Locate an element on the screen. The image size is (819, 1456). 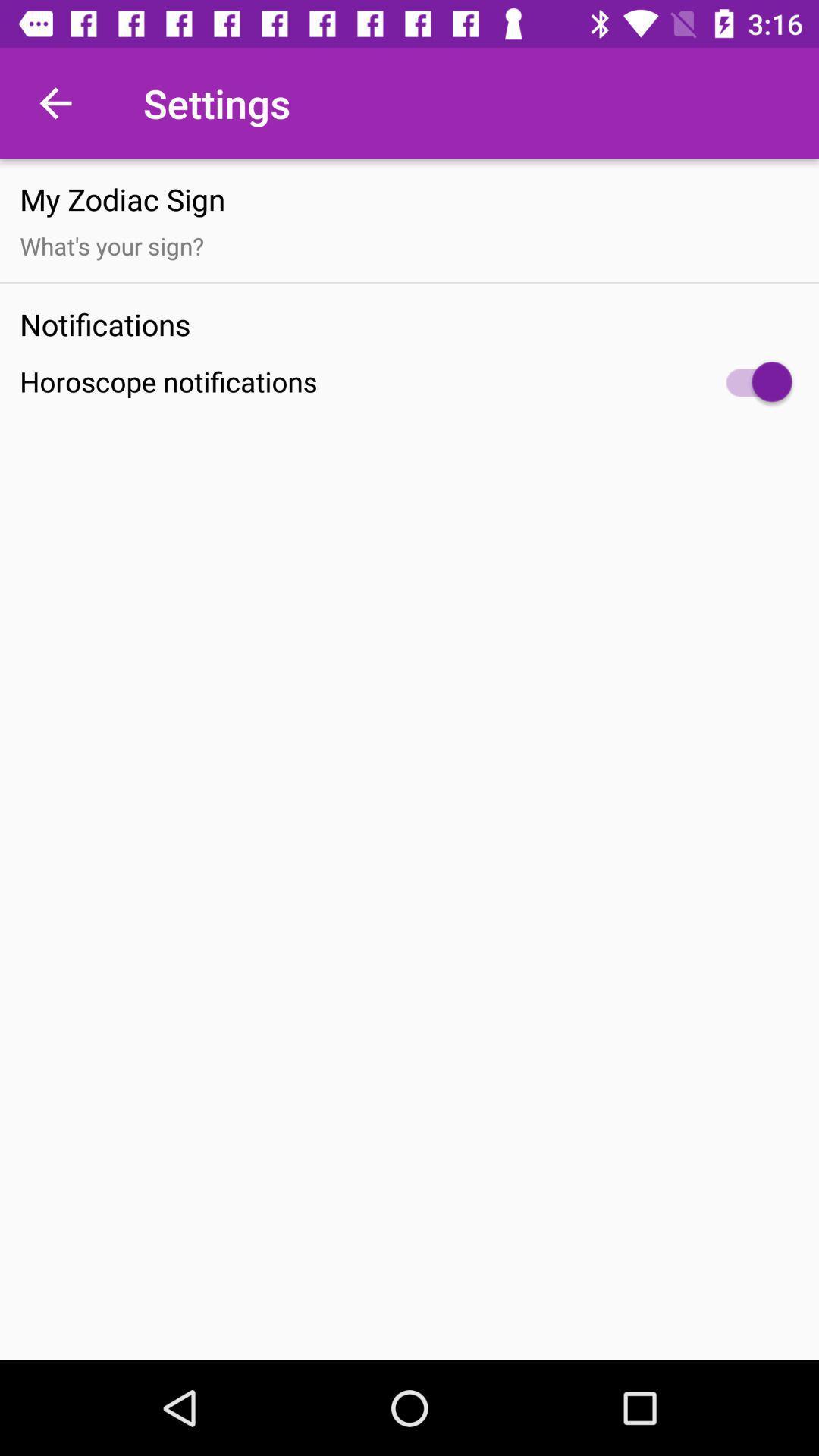
the horoscope notifications item is located at coordinates (409, 381).